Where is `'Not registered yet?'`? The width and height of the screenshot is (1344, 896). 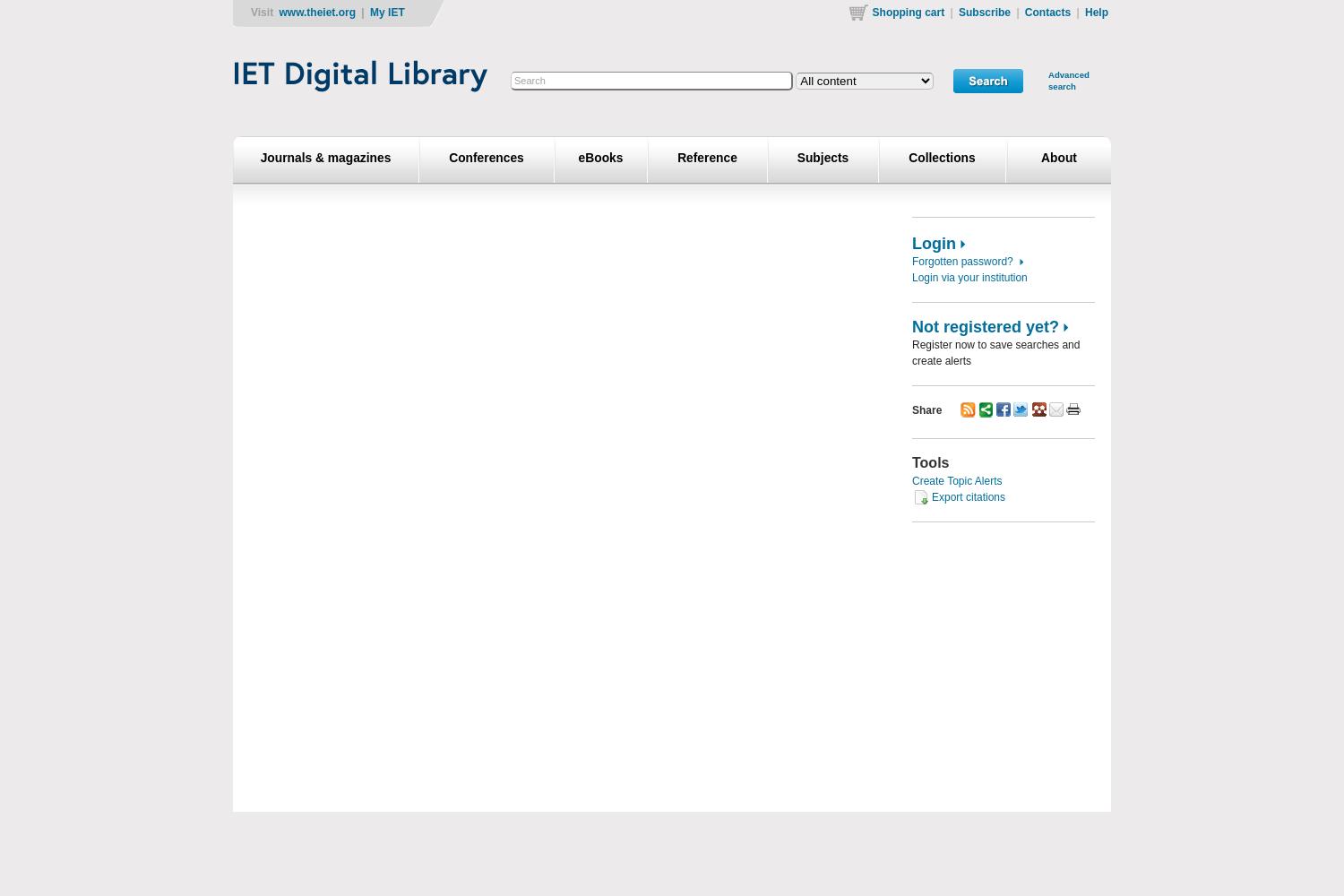 'Not registered yet?' is located at coordinates (984, 326).